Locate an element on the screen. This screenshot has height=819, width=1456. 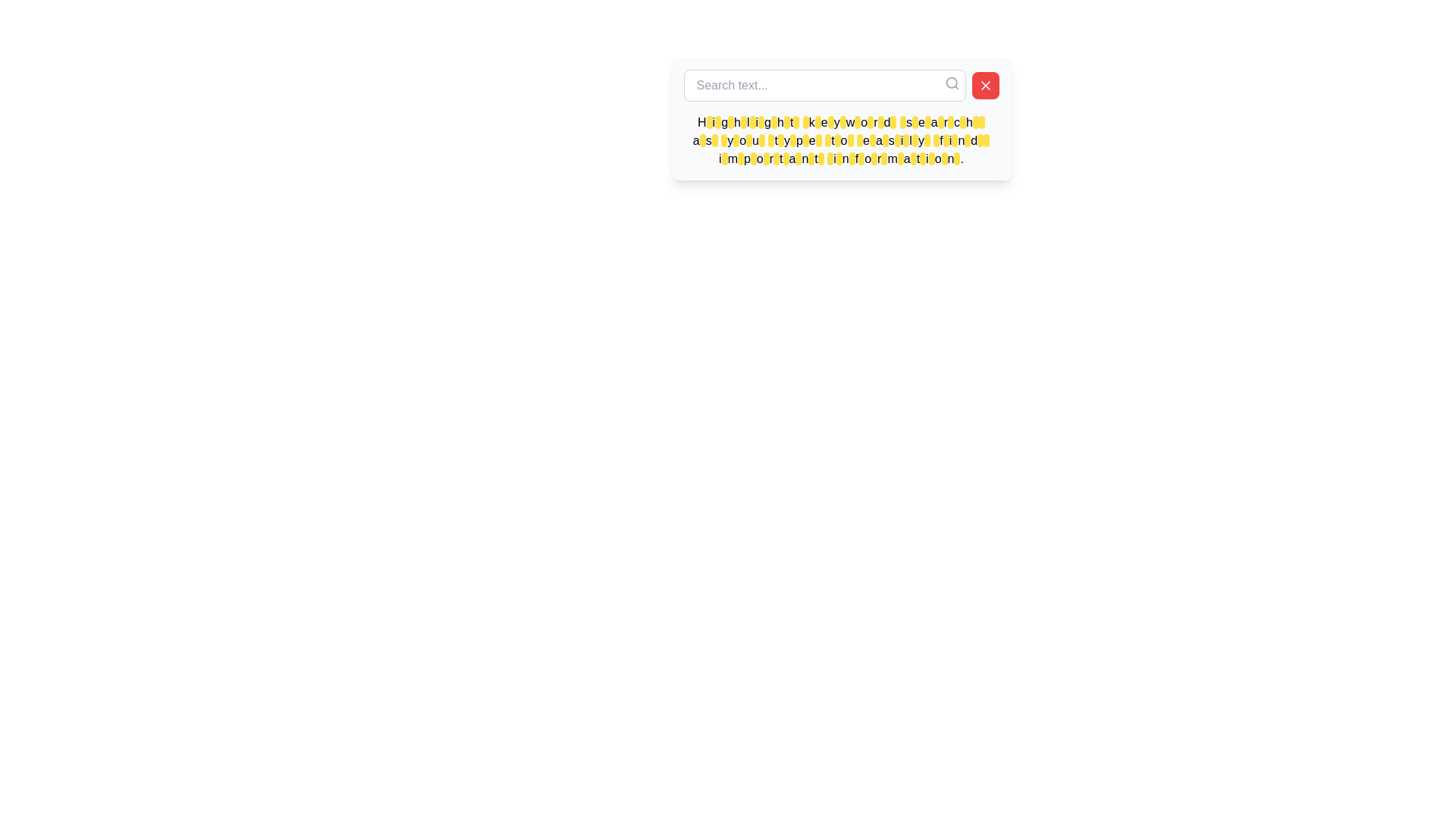
the yellow-highlighted element in the 7th line of the text block that starts with 'Highlight keyword search as you type...' and is located between the words 'type' and 'to' is located at coordinates (761, 140).